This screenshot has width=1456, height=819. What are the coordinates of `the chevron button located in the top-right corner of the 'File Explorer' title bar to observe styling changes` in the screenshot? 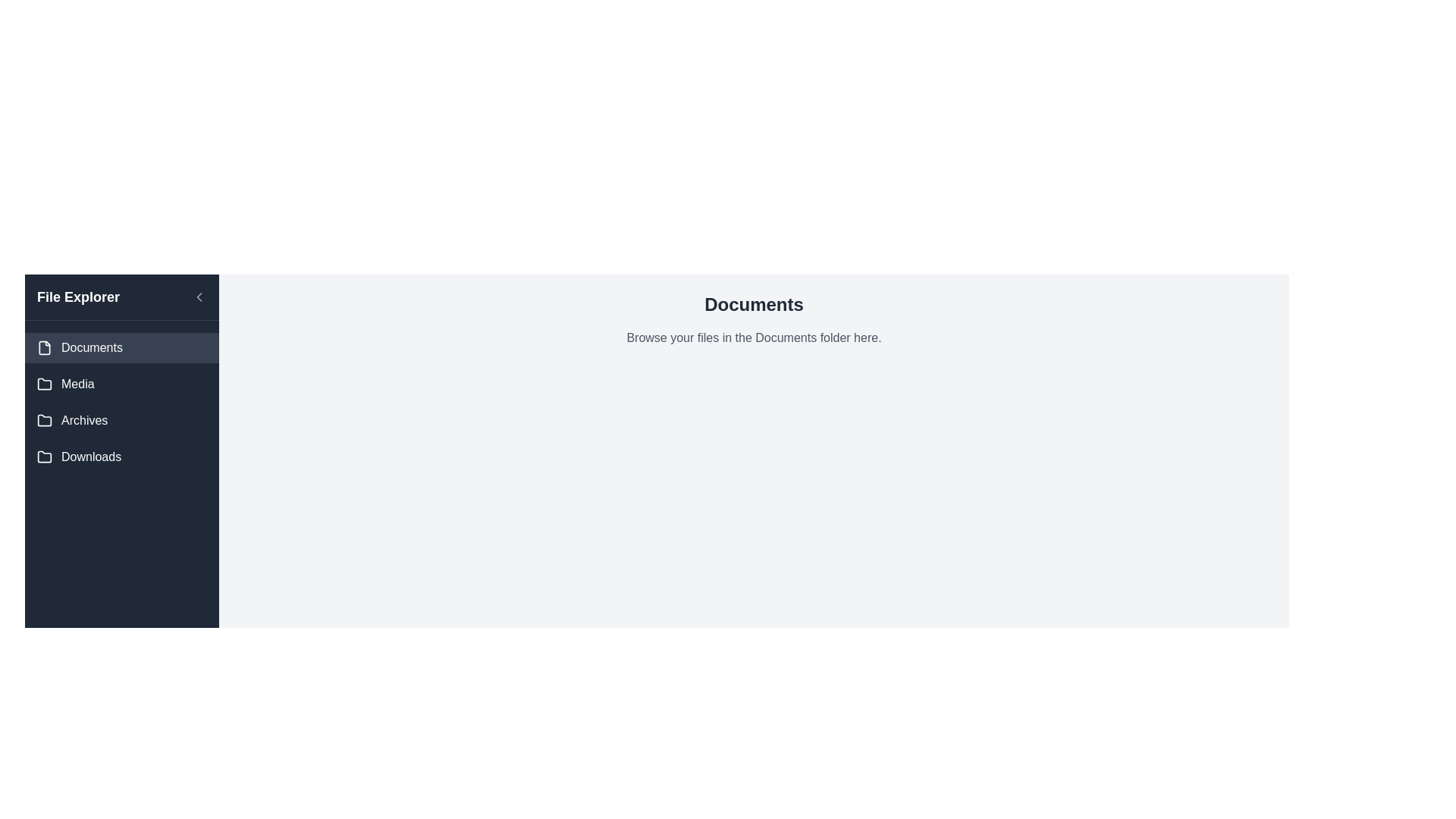 It's located at (199, 297).